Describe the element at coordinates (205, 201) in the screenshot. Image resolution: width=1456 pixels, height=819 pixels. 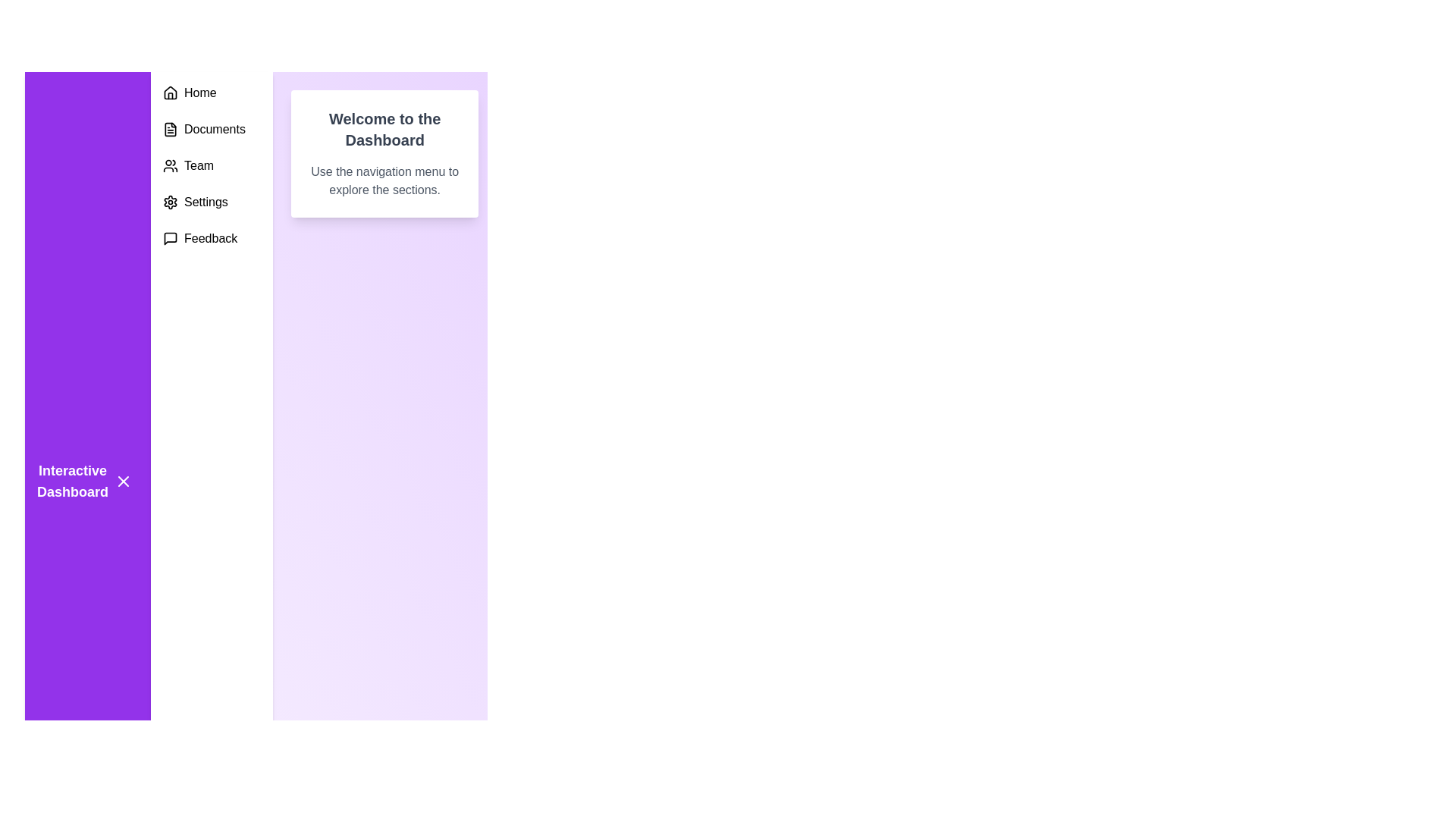
I see `the fourth item in the vertical navigation menu, which is a text label indicating a navigation option` at that location.